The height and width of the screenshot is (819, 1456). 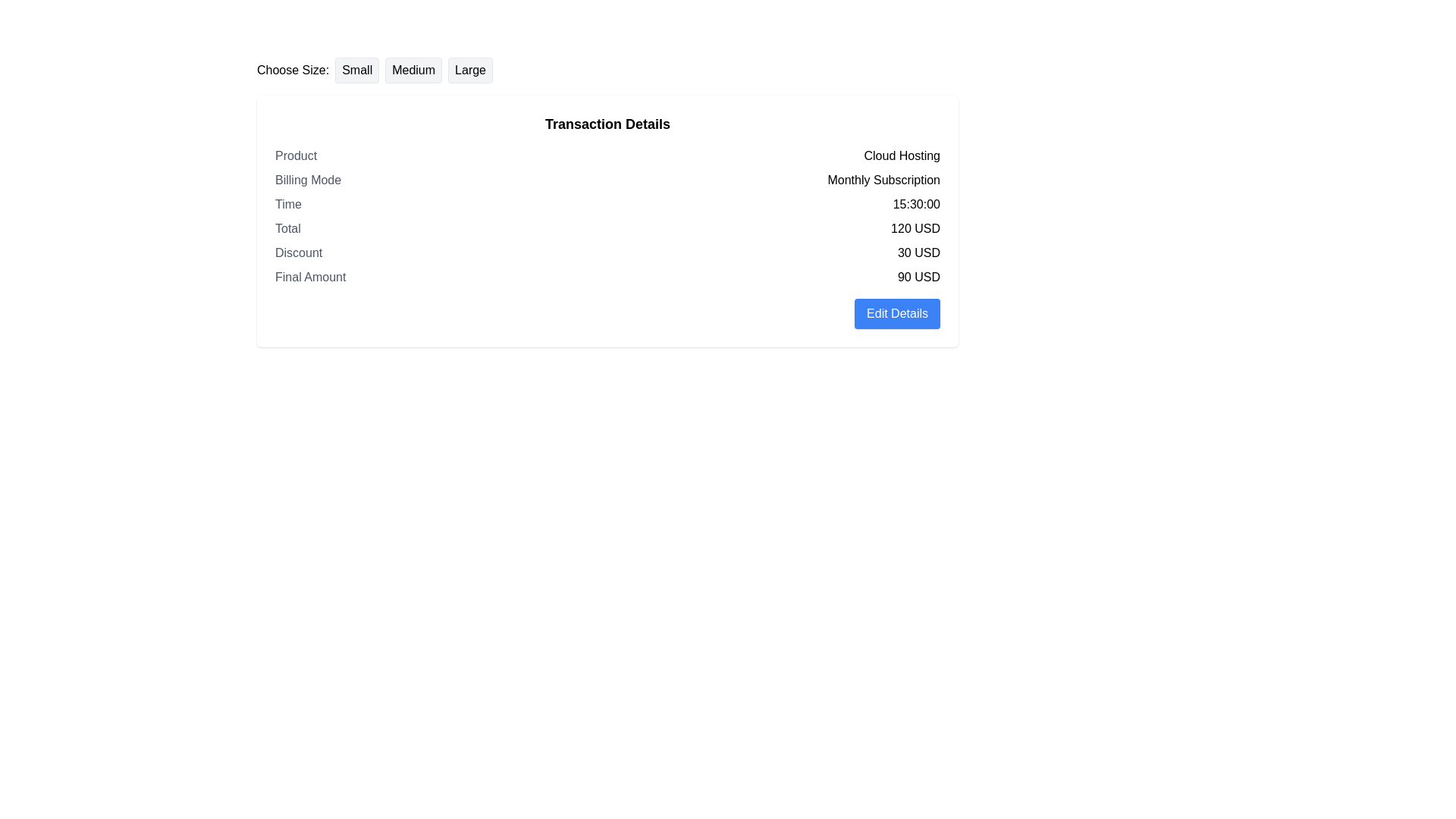 I want to click on the text label displaying 'Monthly Subscription' in the 'Transaction Details' table, aligned to the right within the 'Billing Mode' row, so click(x=883, y=180).